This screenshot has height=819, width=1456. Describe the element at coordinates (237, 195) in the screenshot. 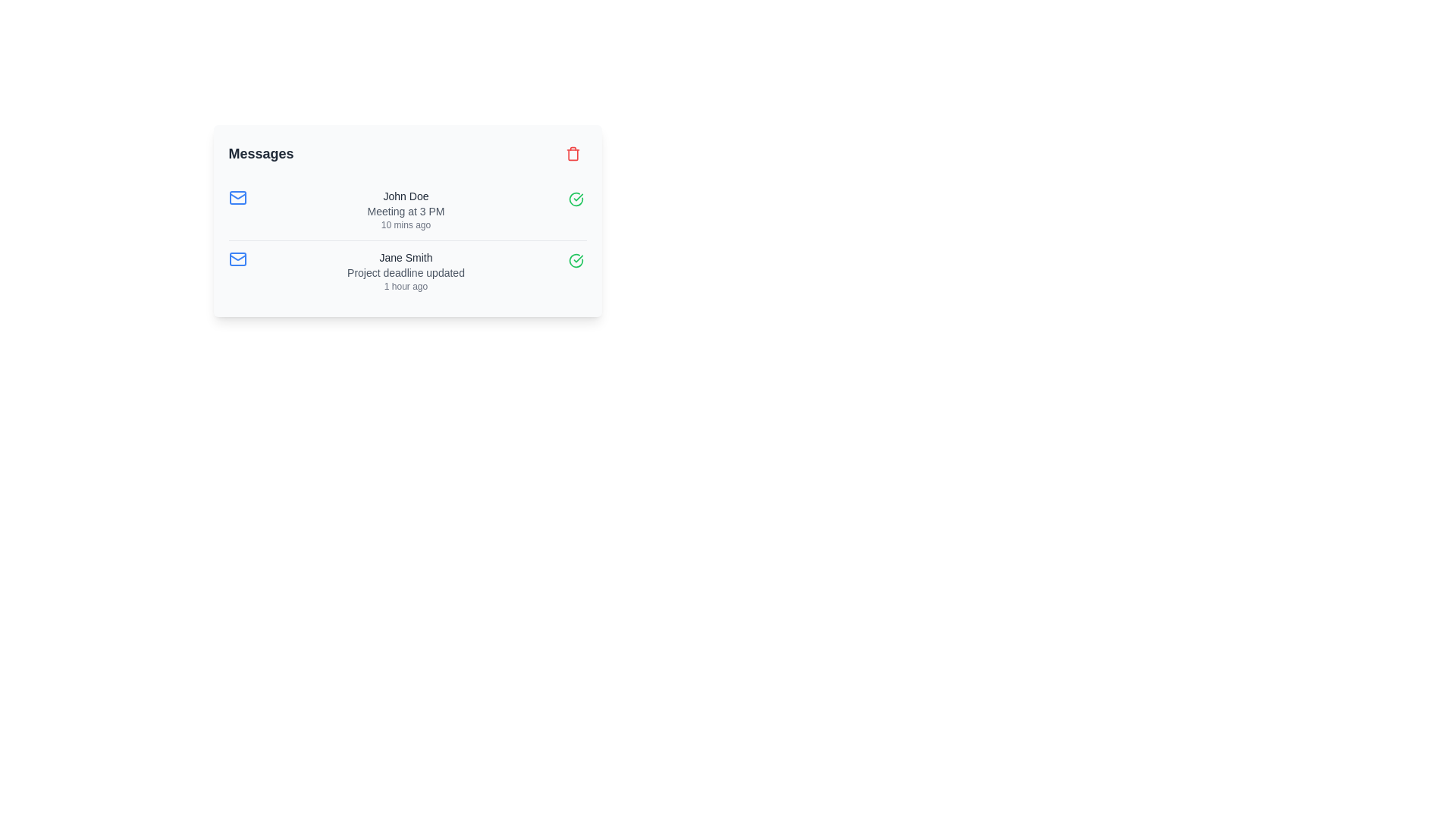

I see `SVG properties of the triangular dashed line representing the open flap of the envelope icon, located on the left side of the 'Jane Smith' message entry in the 'Messages' section` at that location.